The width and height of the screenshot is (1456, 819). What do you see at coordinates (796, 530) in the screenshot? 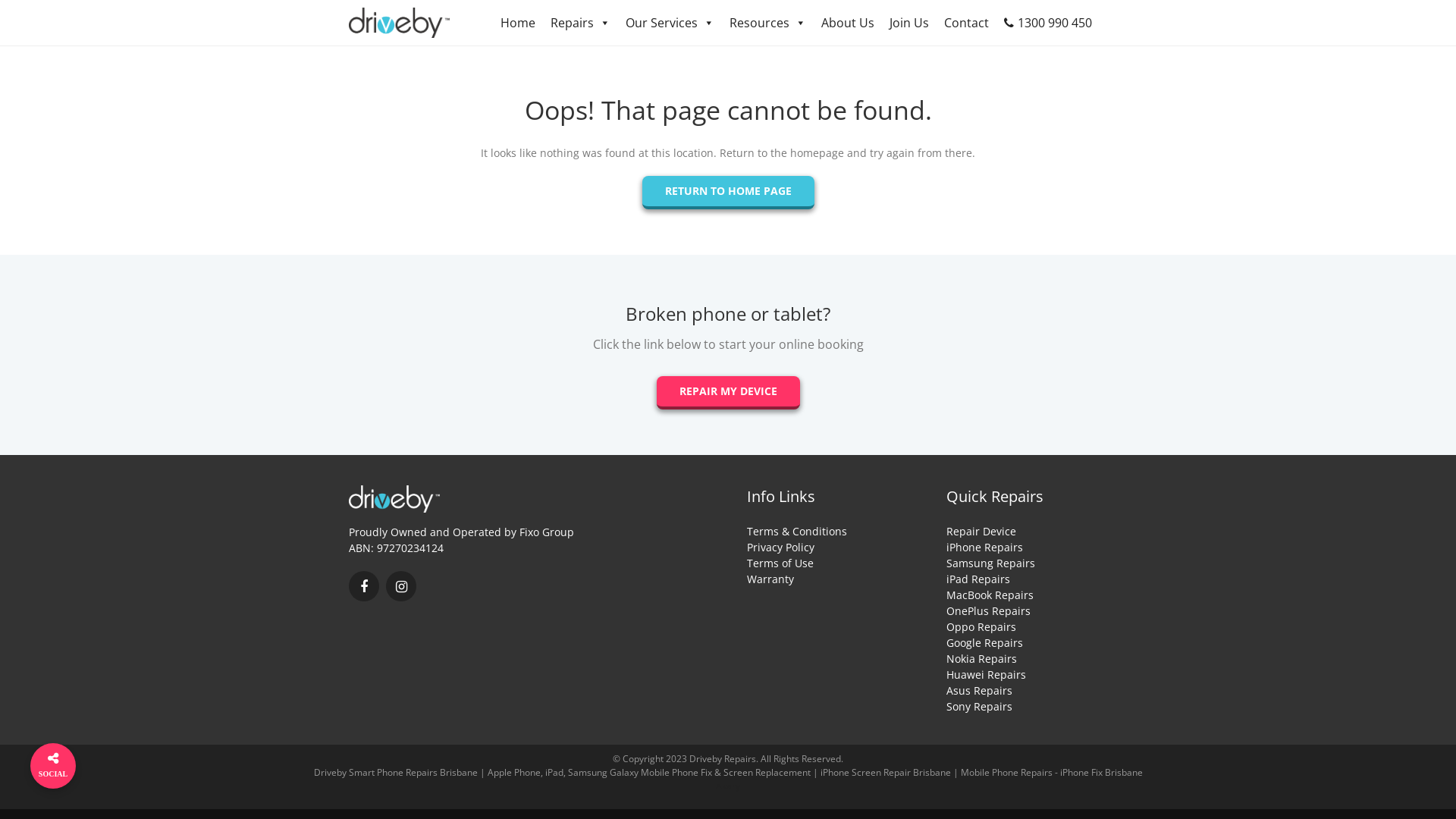
I see `'Terms & Conditions'` at bounding box center [796, 530].